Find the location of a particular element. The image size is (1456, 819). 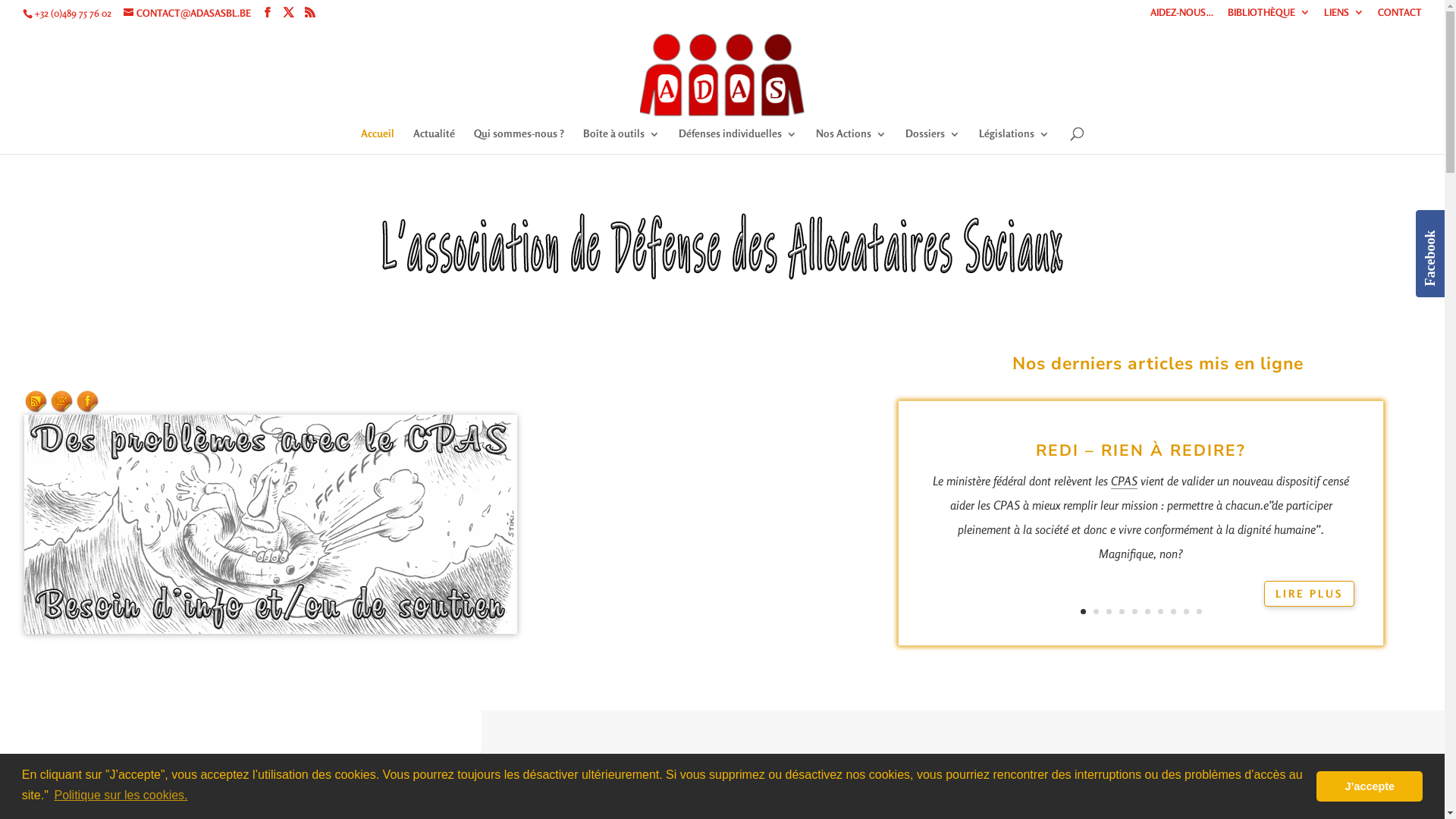

'Nos Actions' is located at coordinates (851, 140).